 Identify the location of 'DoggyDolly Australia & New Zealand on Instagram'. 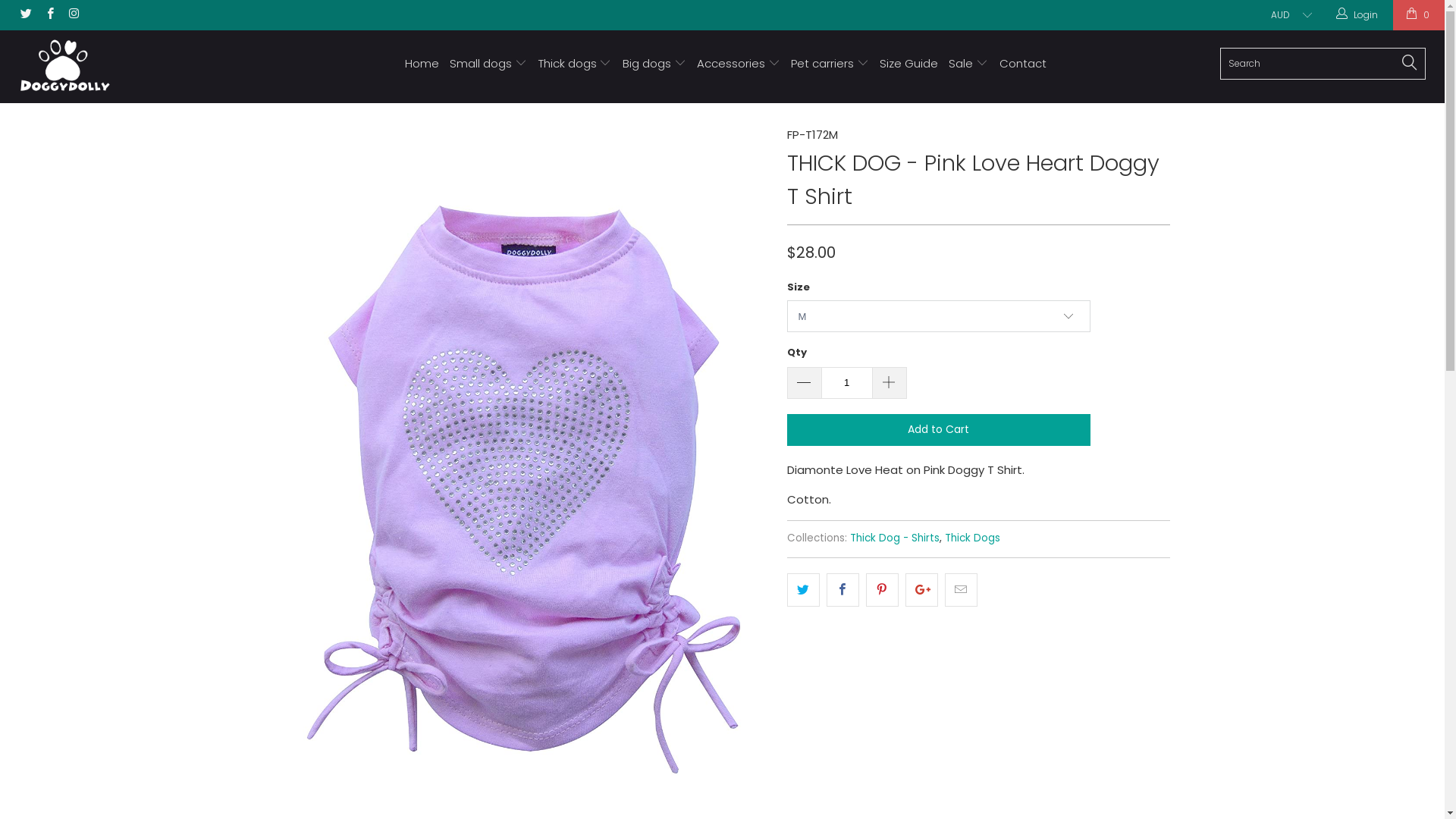
(72, 14).